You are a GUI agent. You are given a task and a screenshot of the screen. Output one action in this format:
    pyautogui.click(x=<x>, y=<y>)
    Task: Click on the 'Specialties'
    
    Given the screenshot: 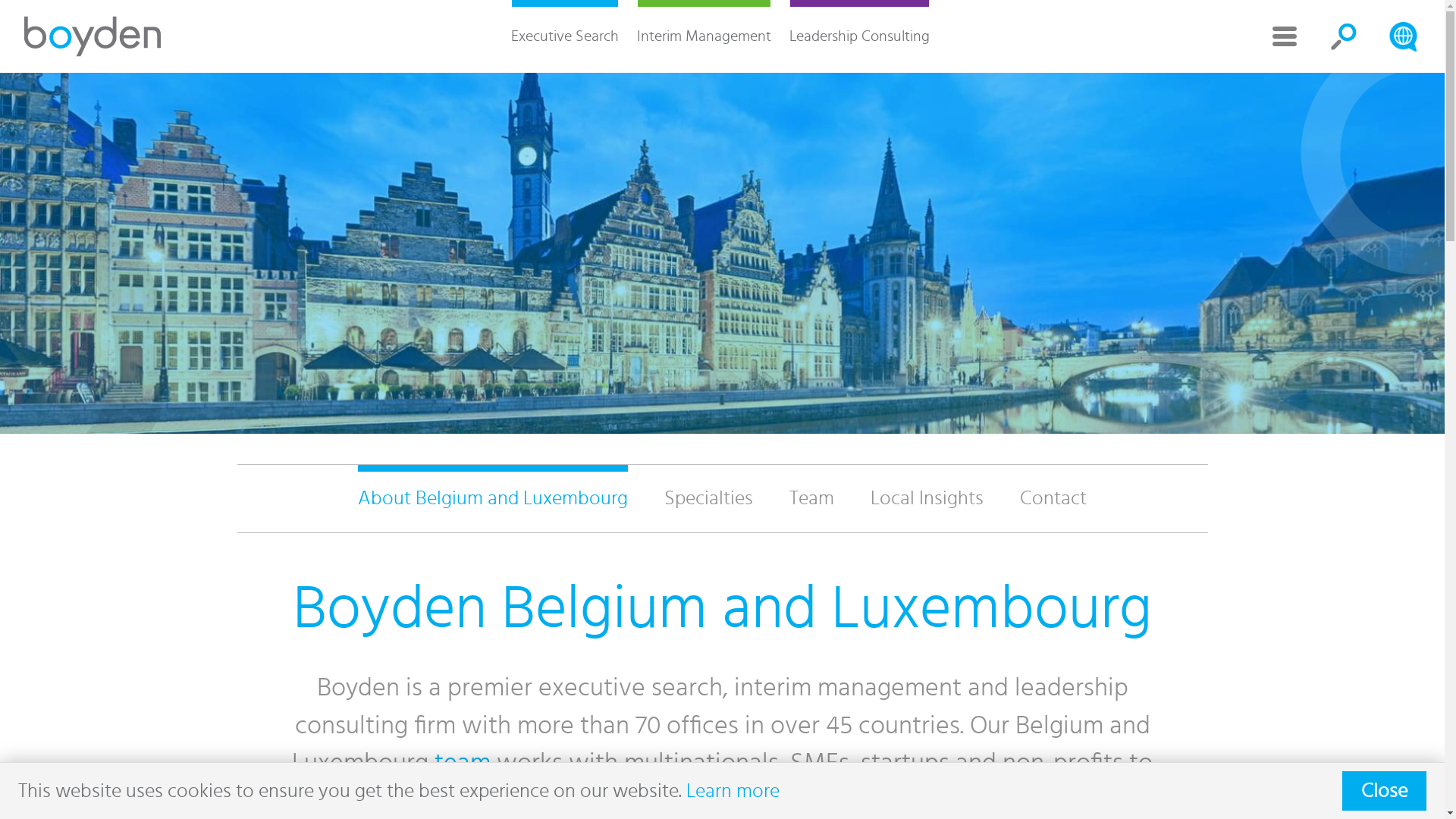 What is the action you would take?
    pyautogui.click(x=645, y=498)
    